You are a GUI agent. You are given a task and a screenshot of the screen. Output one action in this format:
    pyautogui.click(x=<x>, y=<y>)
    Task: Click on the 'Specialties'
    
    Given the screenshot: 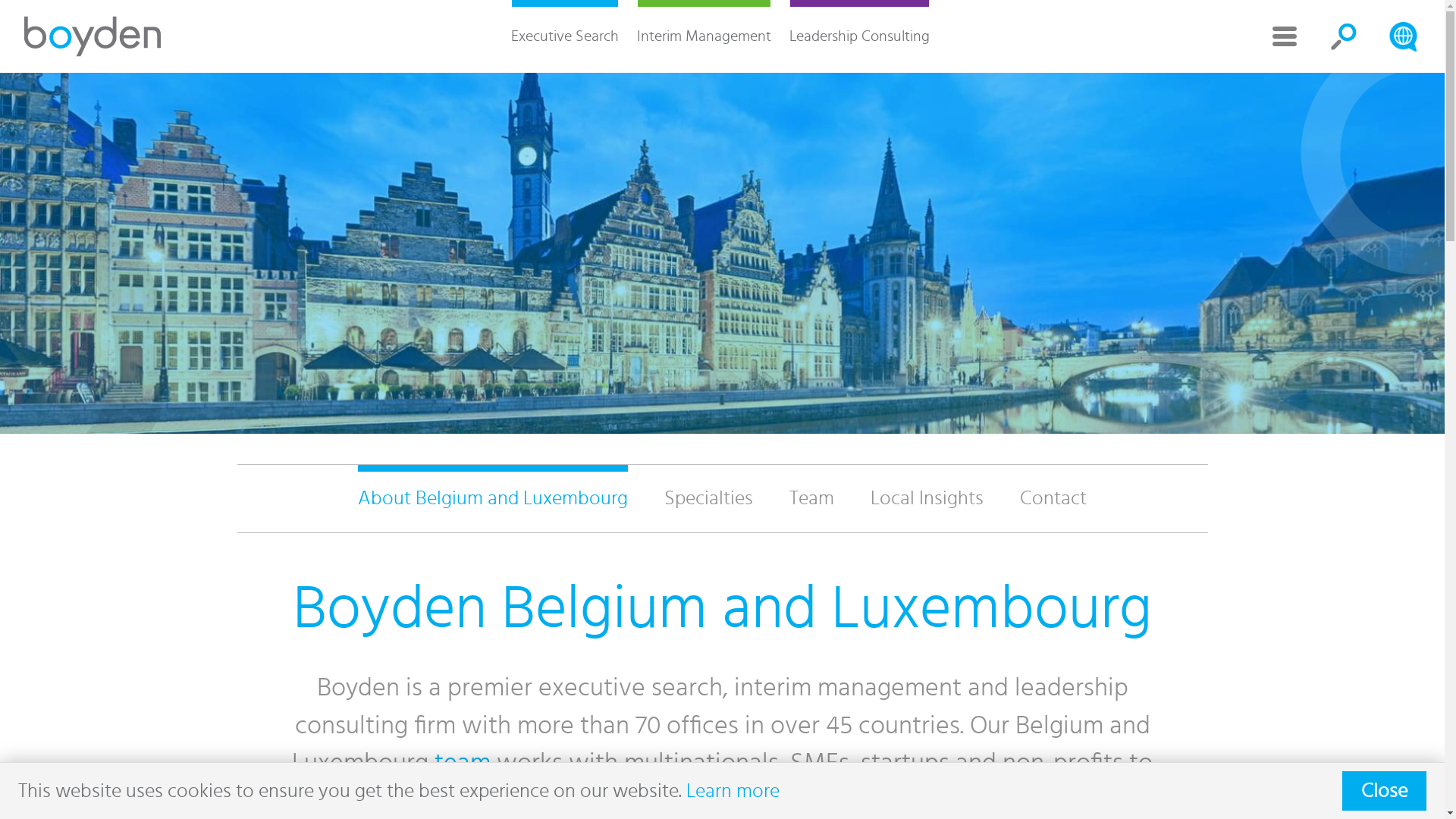 What is the action you would take?
    pyautogui.click(x=645, y=498)
    